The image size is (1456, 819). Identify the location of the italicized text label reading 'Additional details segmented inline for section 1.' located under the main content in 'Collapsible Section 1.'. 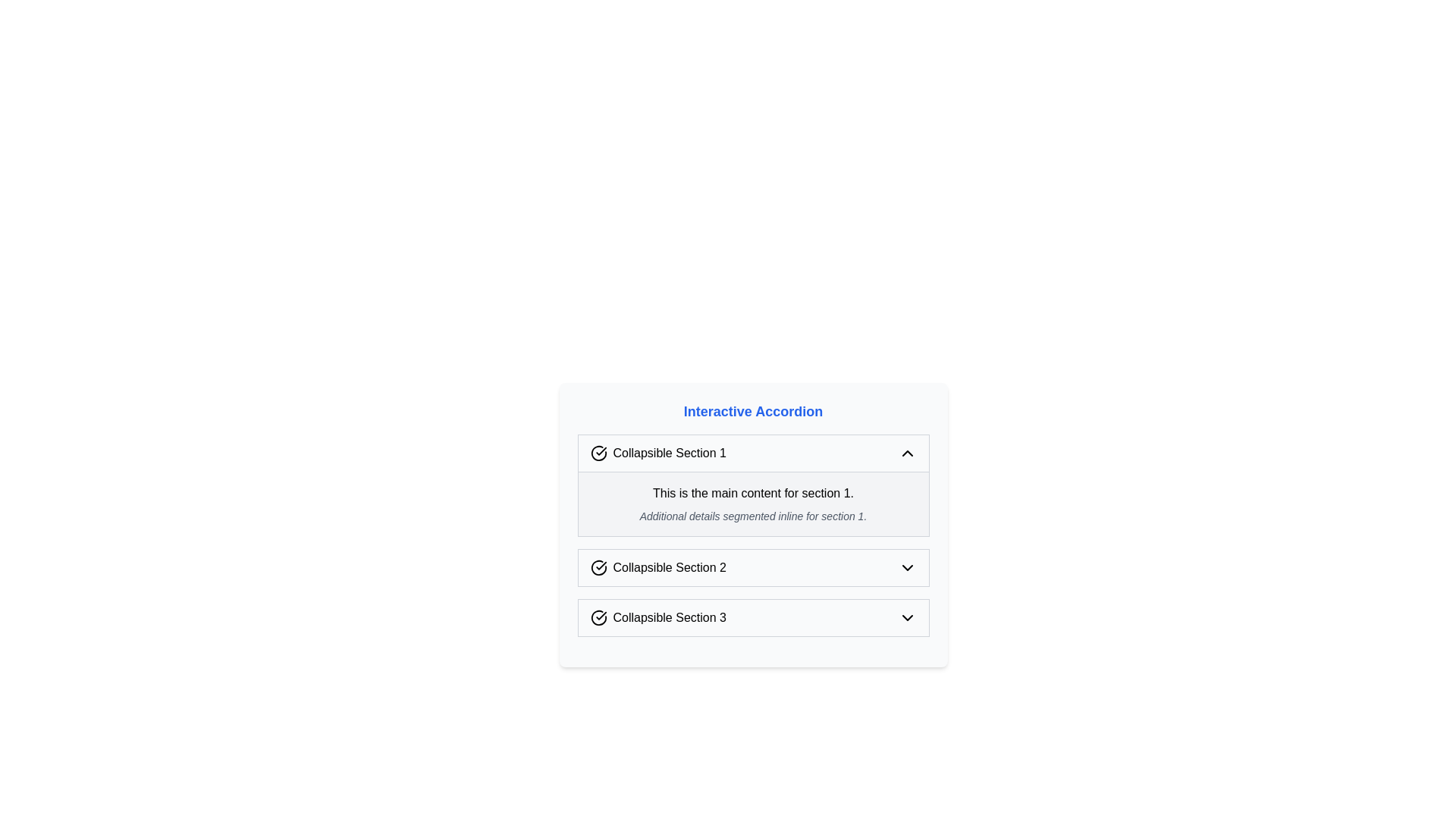
(753, 516).